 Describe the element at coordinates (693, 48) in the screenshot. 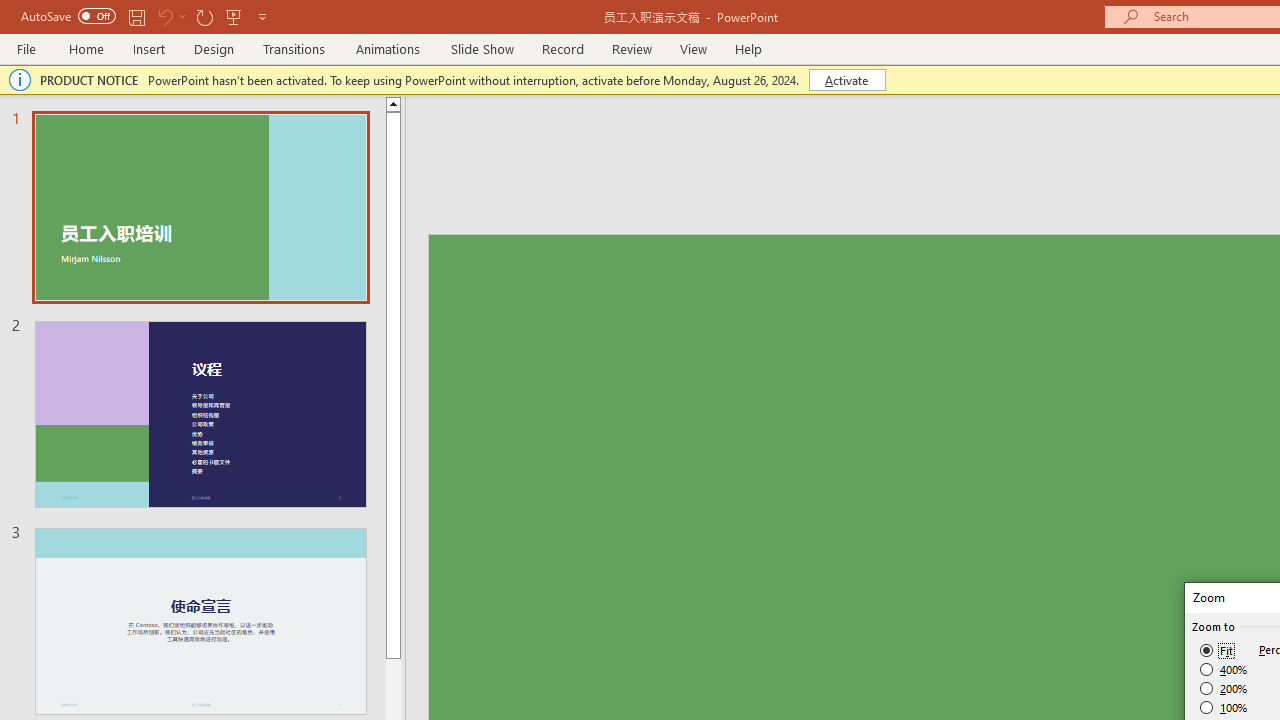

I see `'View'` at that location.